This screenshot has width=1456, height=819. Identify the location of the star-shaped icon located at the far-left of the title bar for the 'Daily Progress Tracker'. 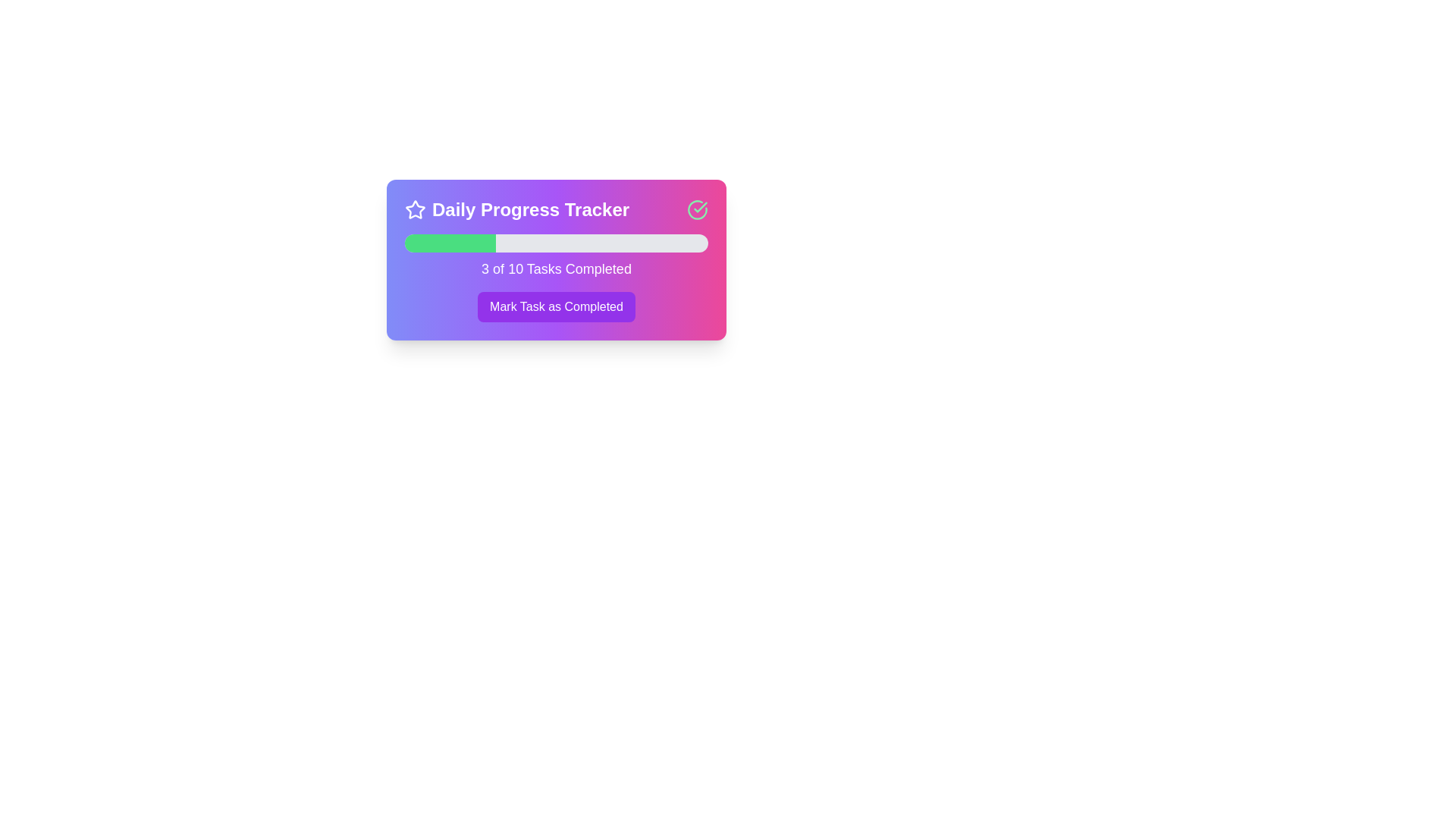
(415, 210).